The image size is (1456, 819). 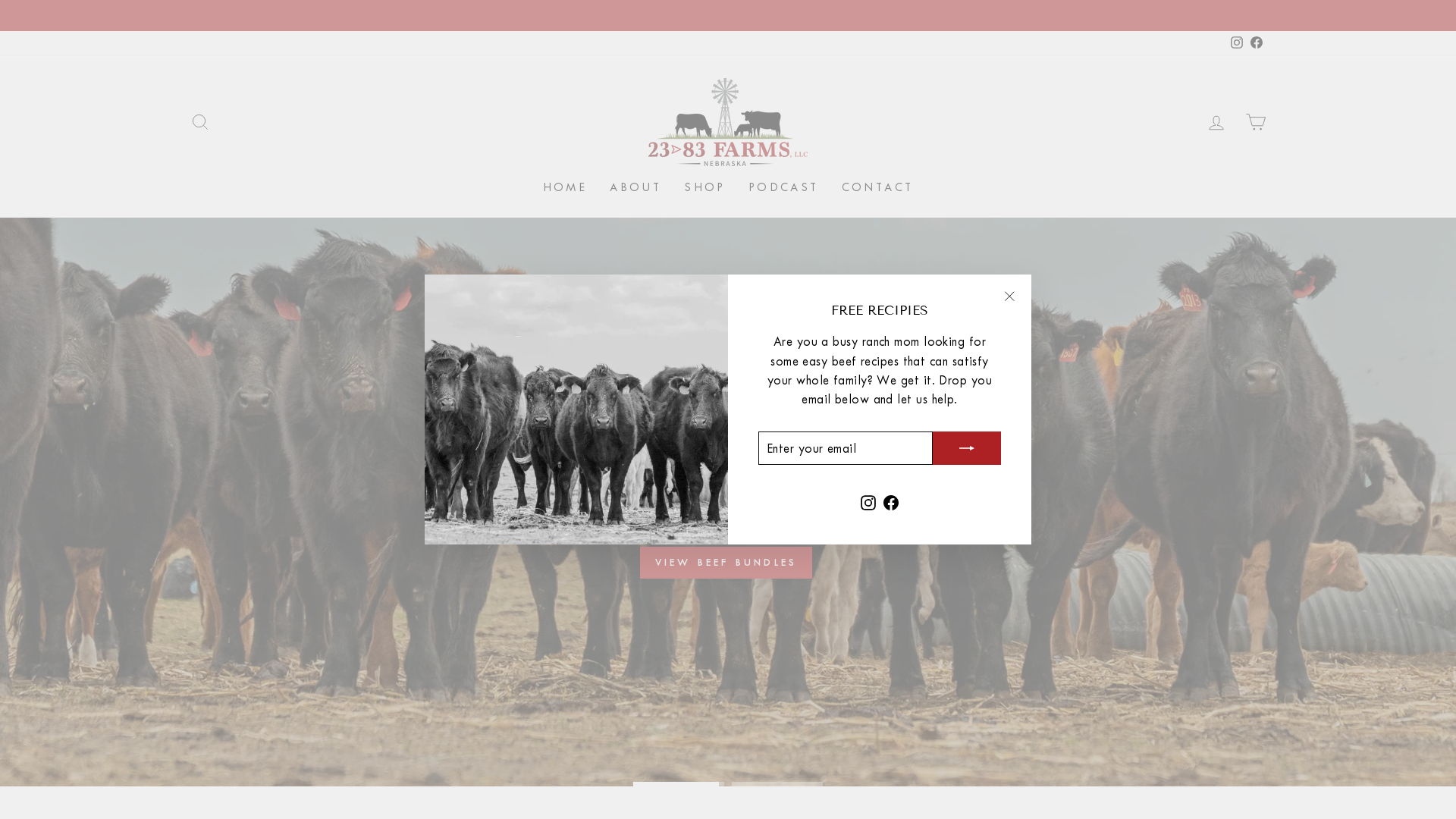 I want to click on 'ABOUT', so click(x=635, y=187).